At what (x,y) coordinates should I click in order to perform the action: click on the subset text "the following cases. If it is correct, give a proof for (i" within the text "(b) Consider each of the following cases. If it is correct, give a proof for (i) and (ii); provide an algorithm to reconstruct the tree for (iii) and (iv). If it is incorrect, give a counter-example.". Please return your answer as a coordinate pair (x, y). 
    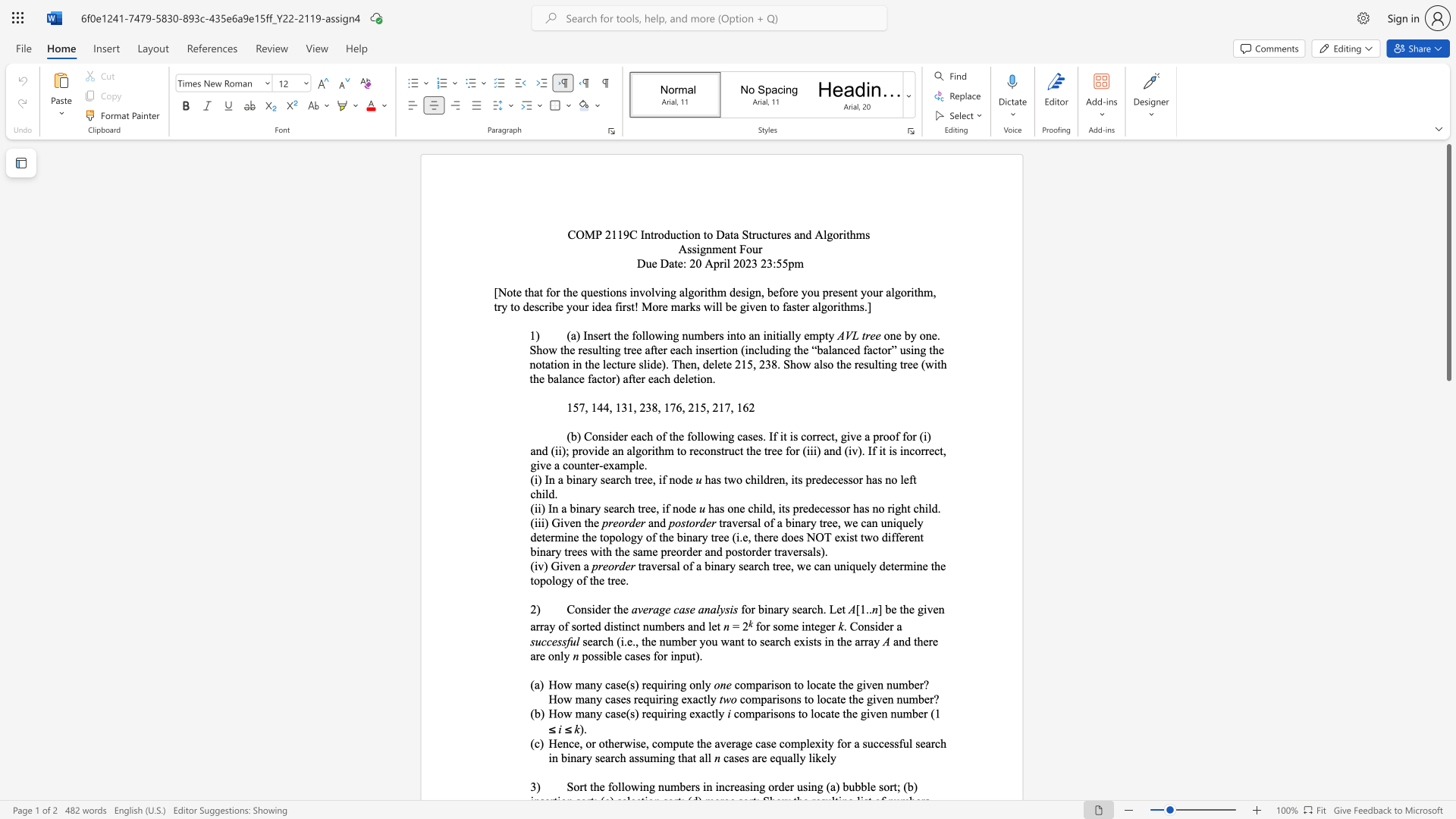
    Looking at the image, I should click on (668, 436).